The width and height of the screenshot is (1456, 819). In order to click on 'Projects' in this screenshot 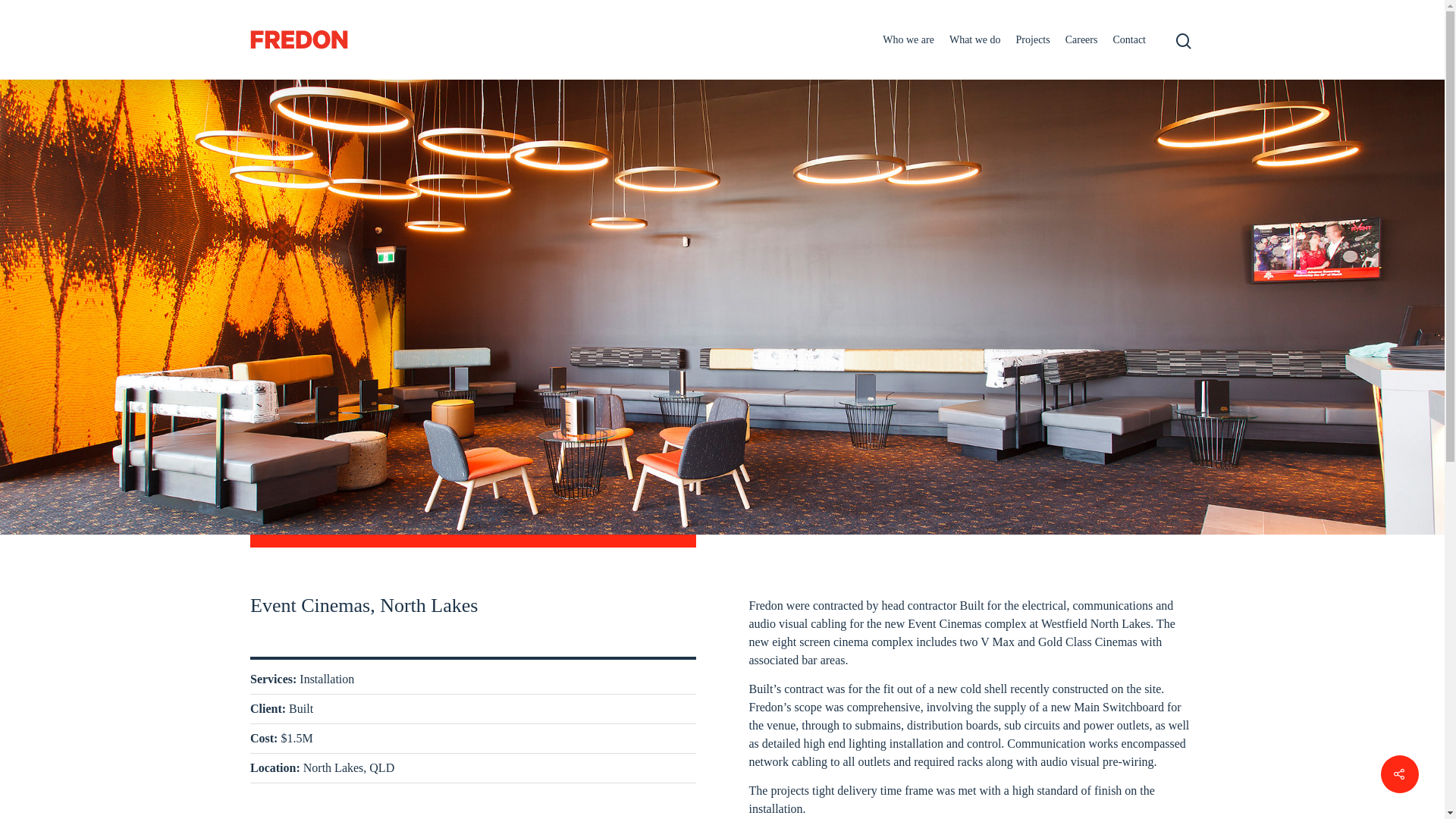, I will do `click(1032, 38)`.